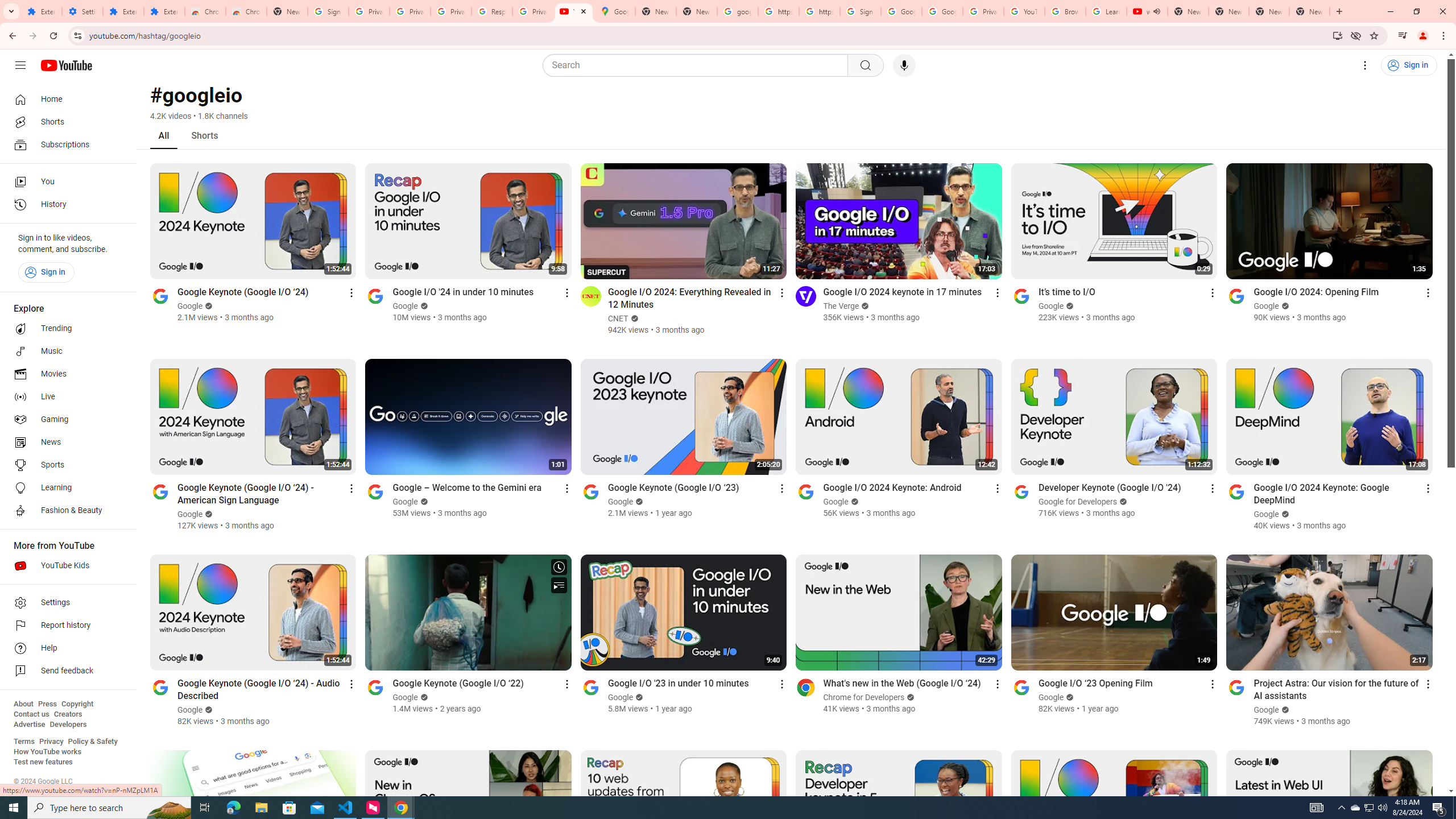  Describe the element at coordinates (64, 625) in the screenshot. I see `'Report history'` at that location.